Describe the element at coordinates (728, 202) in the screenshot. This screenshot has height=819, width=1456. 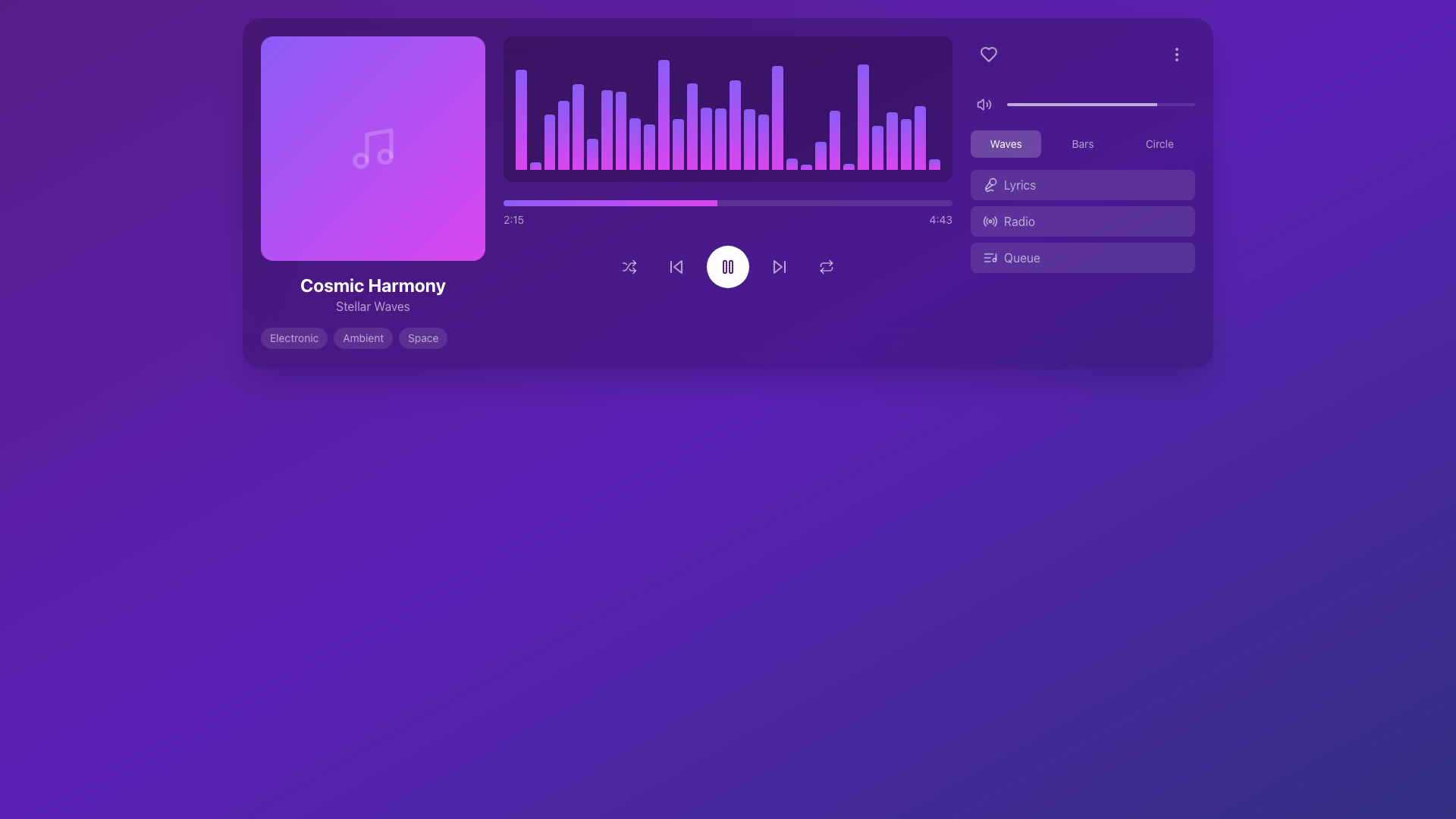
I see `the horizontal progress bar located in the middle section of the interface to seek` at that location.